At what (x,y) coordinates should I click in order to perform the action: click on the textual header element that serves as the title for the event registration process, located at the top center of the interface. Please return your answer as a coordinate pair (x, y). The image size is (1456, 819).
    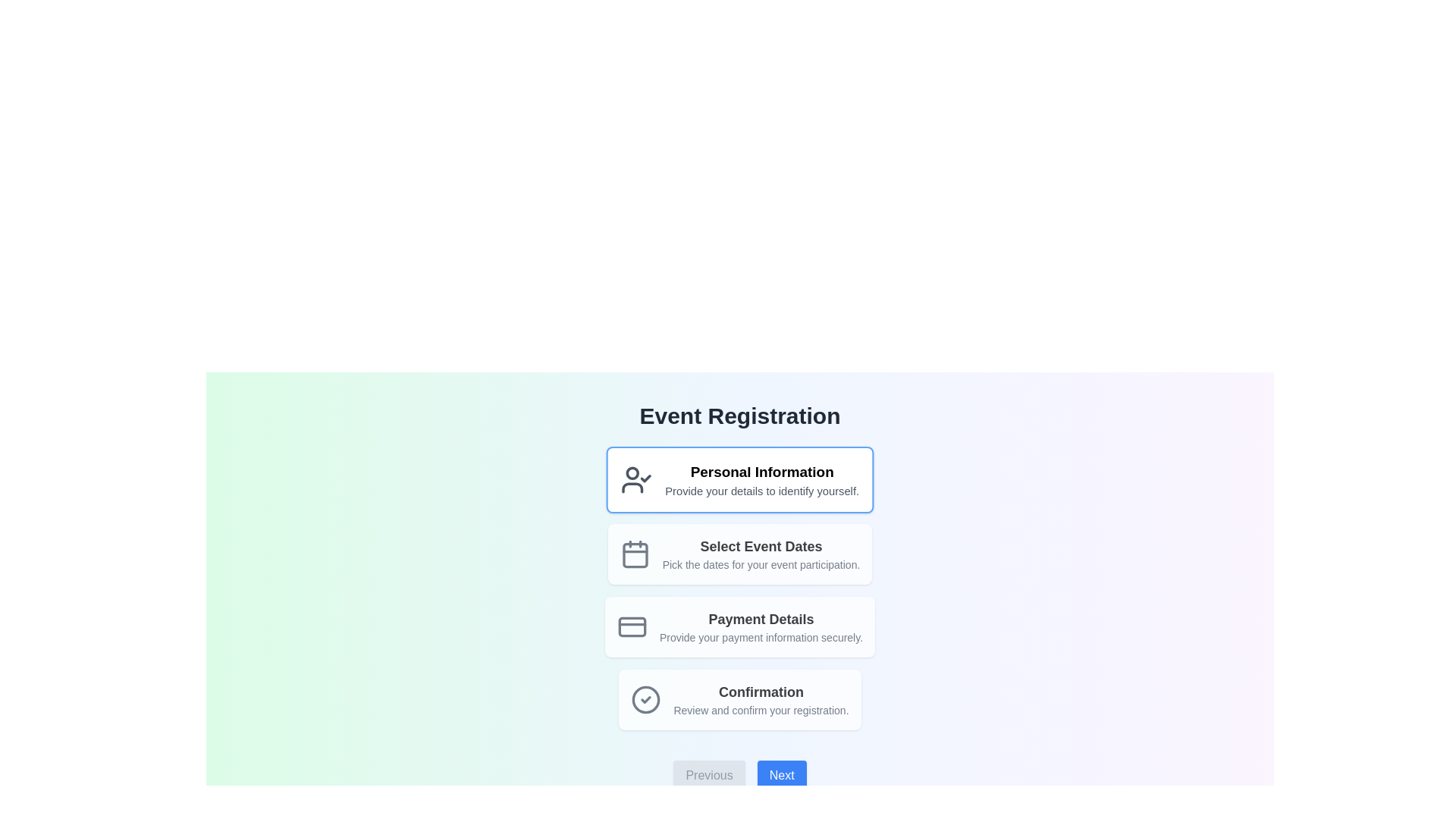
    Looking at the image, I should click on (739, 416).